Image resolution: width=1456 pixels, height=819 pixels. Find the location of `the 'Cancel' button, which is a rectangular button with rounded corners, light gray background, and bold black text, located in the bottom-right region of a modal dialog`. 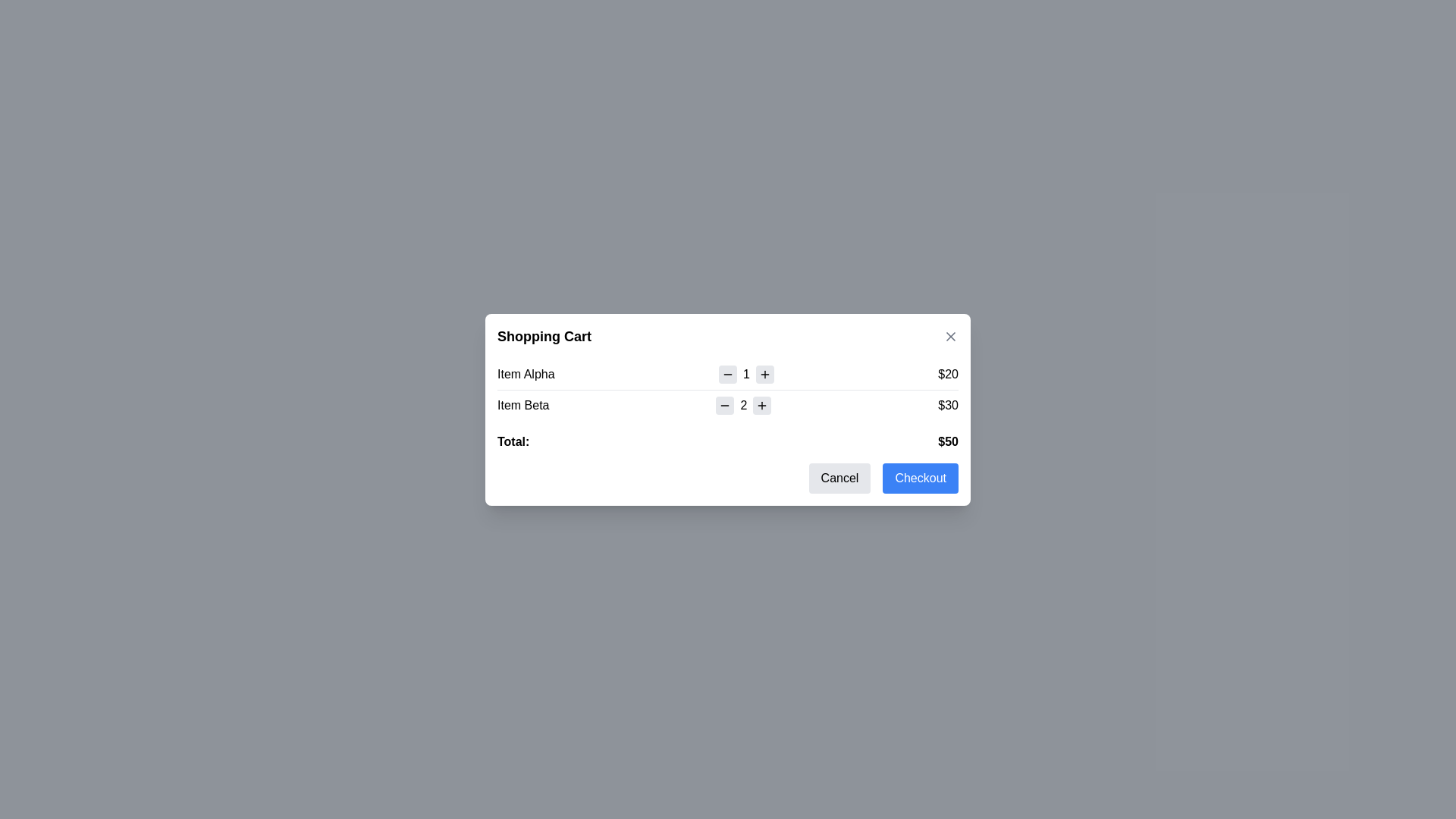

the 'Cancel' button, which is a rectangular button with rounded corners, light gray background, and bold black text, located in the bottom-right region of a modal dialog is located at coordinates (839, 478).